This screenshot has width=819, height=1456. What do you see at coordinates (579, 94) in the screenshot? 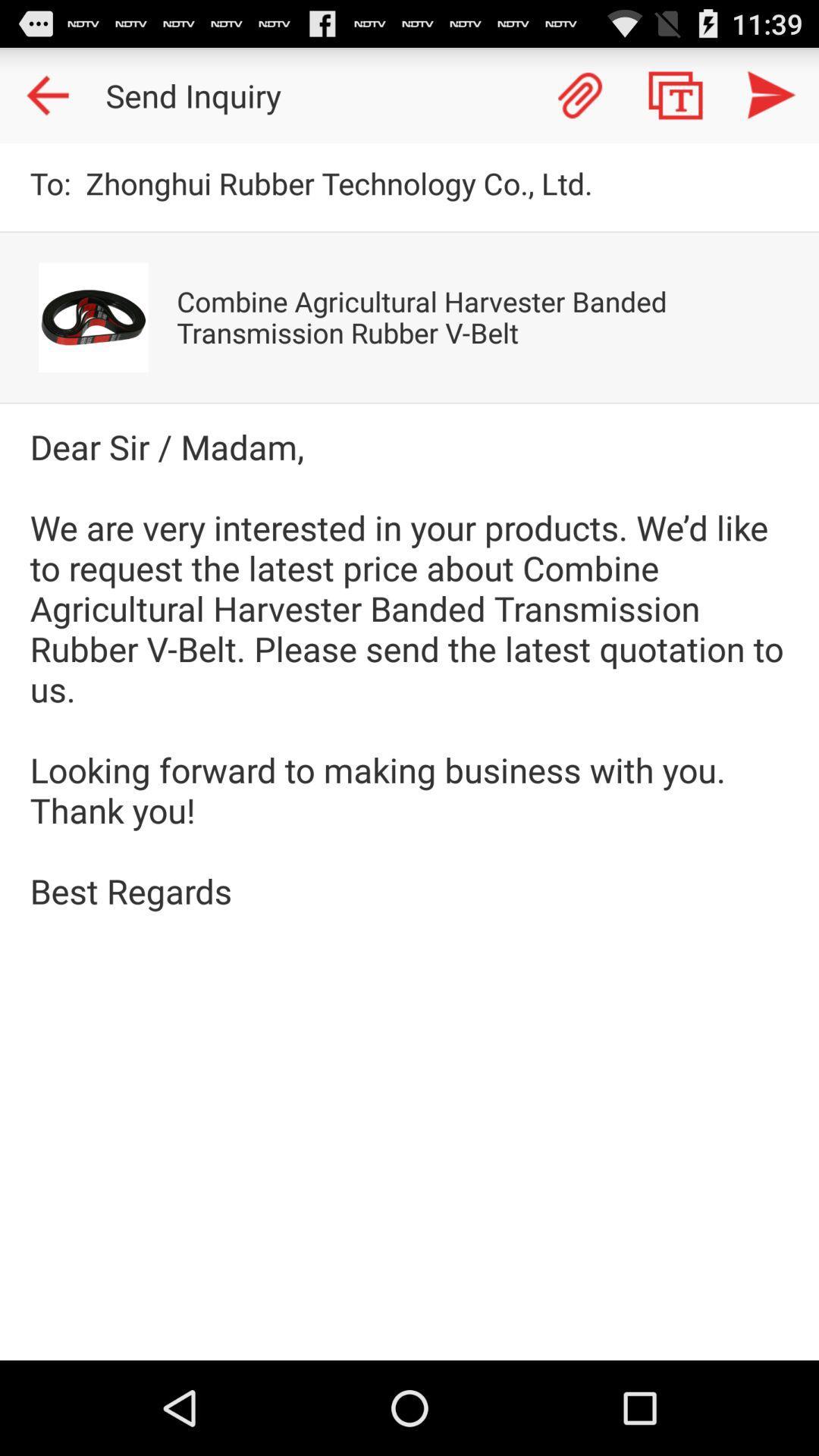
I see `choose attachment option` at bounding box center [579, 94].